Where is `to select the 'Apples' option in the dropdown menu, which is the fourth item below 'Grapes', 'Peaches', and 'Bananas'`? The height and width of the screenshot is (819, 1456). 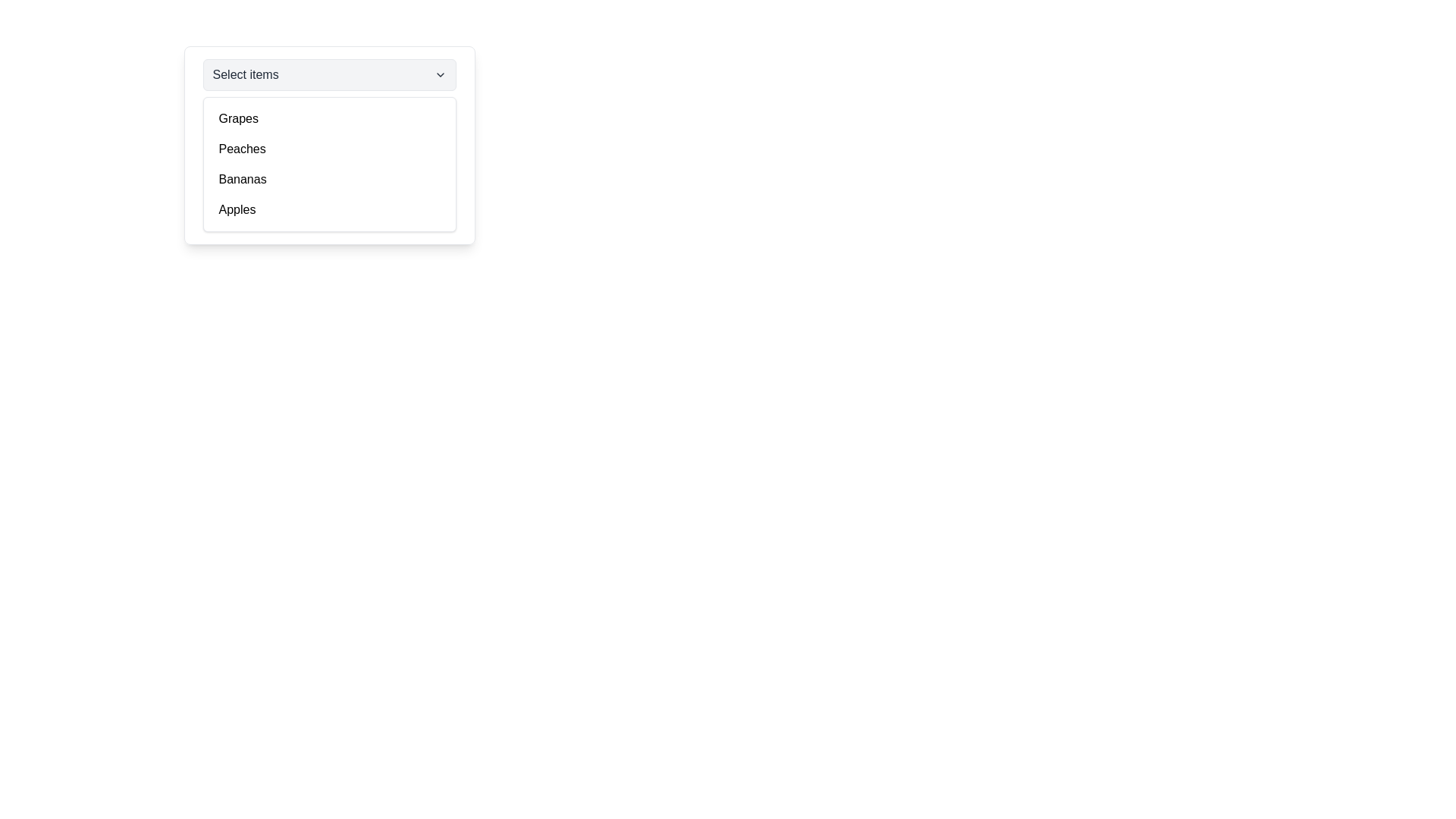 to select the 'Apples' option in the dropdown menu, which is the fourth item below 'Grapes', 'Peaches', and 'Bananas' is located at coordinates (328, 210).